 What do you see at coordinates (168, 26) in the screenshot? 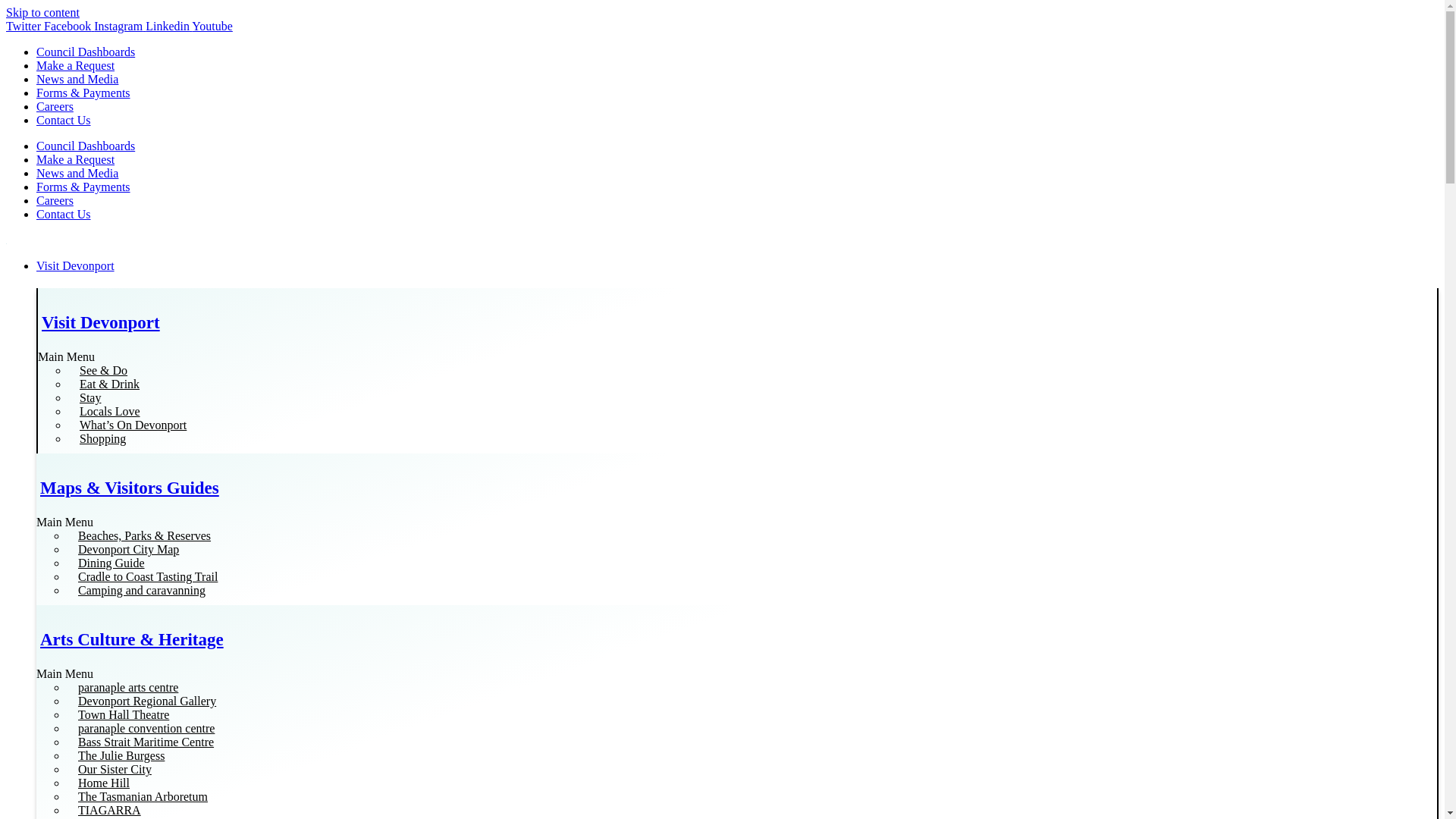
I see `'Linkedin'` at bounding box center [168, 26].